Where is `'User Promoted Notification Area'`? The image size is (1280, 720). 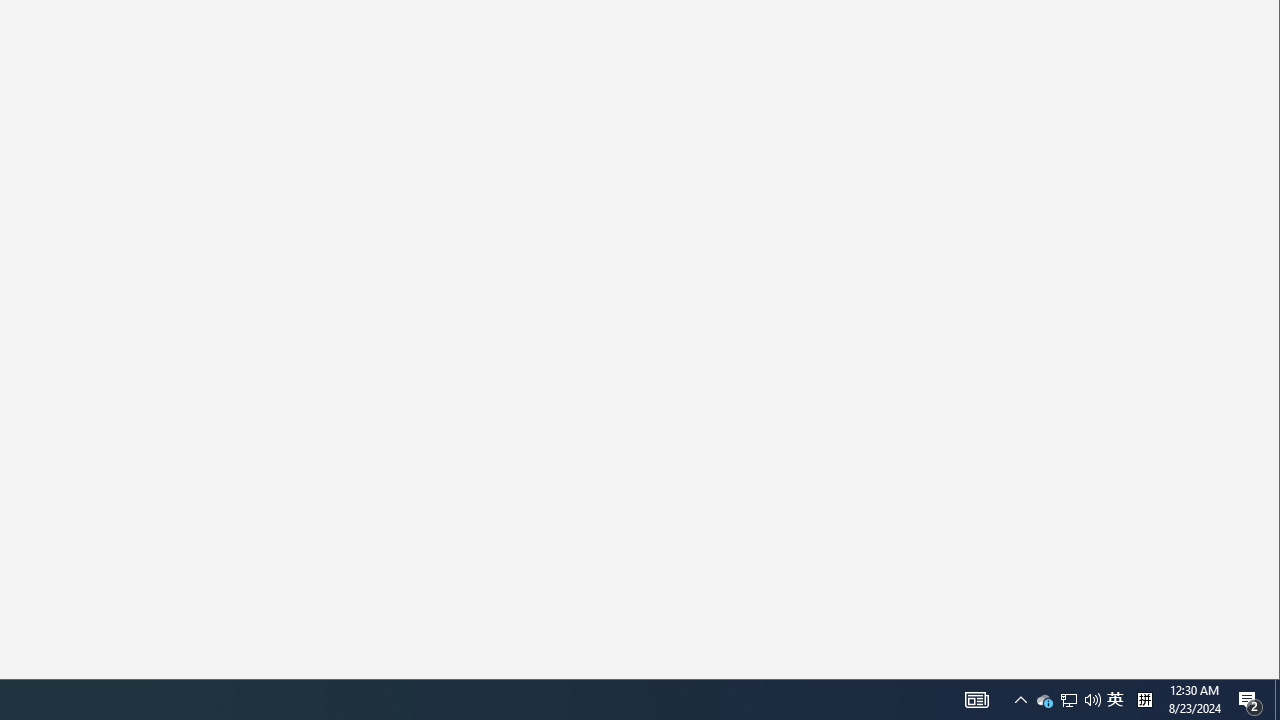
'User Promoted Notification Area' is located at coordinates (1068, 698).